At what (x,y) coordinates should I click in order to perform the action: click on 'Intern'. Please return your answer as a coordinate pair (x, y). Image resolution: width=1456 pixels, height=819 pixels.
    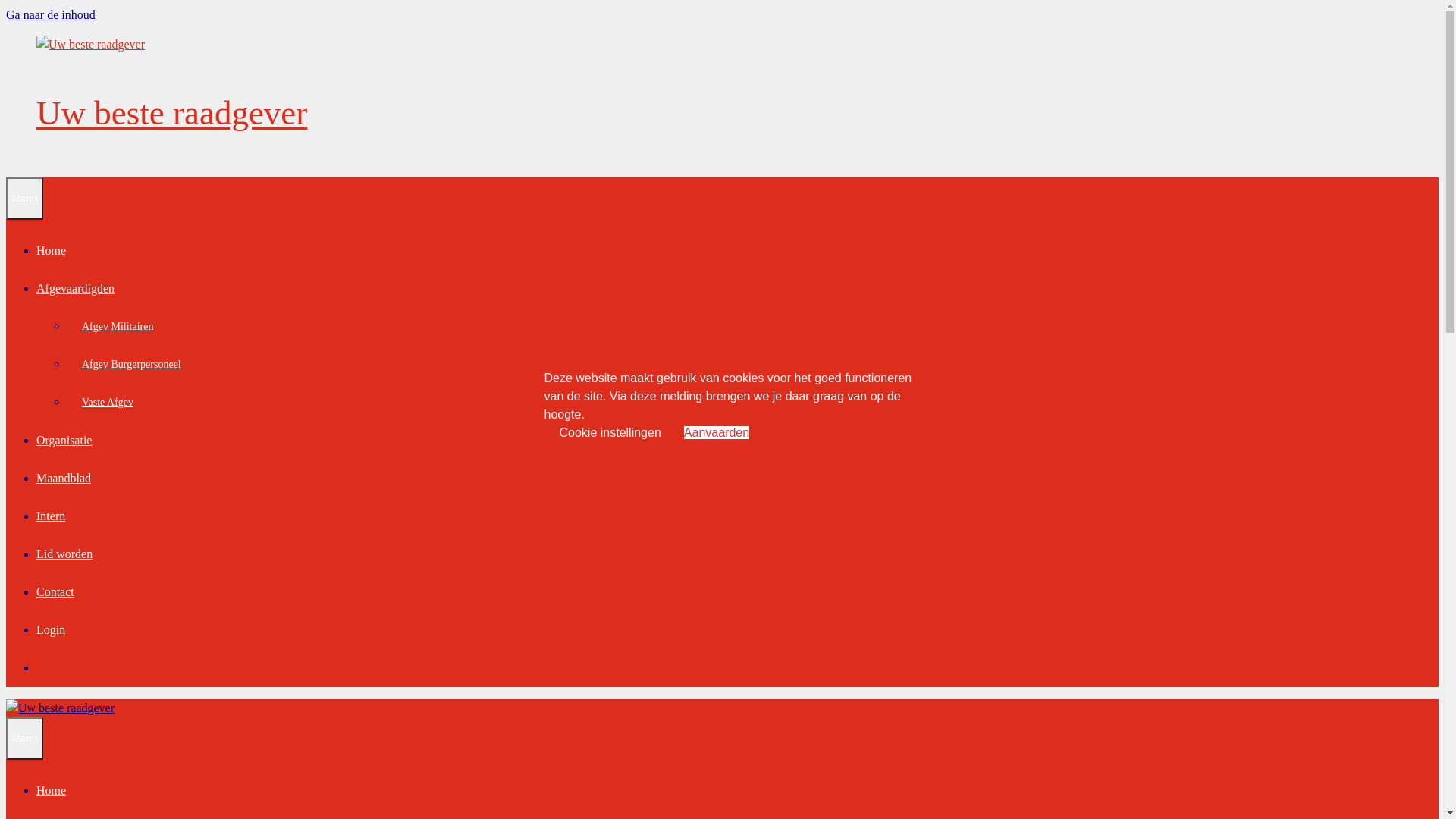
    Looking at the image, I should click on (51, 515).